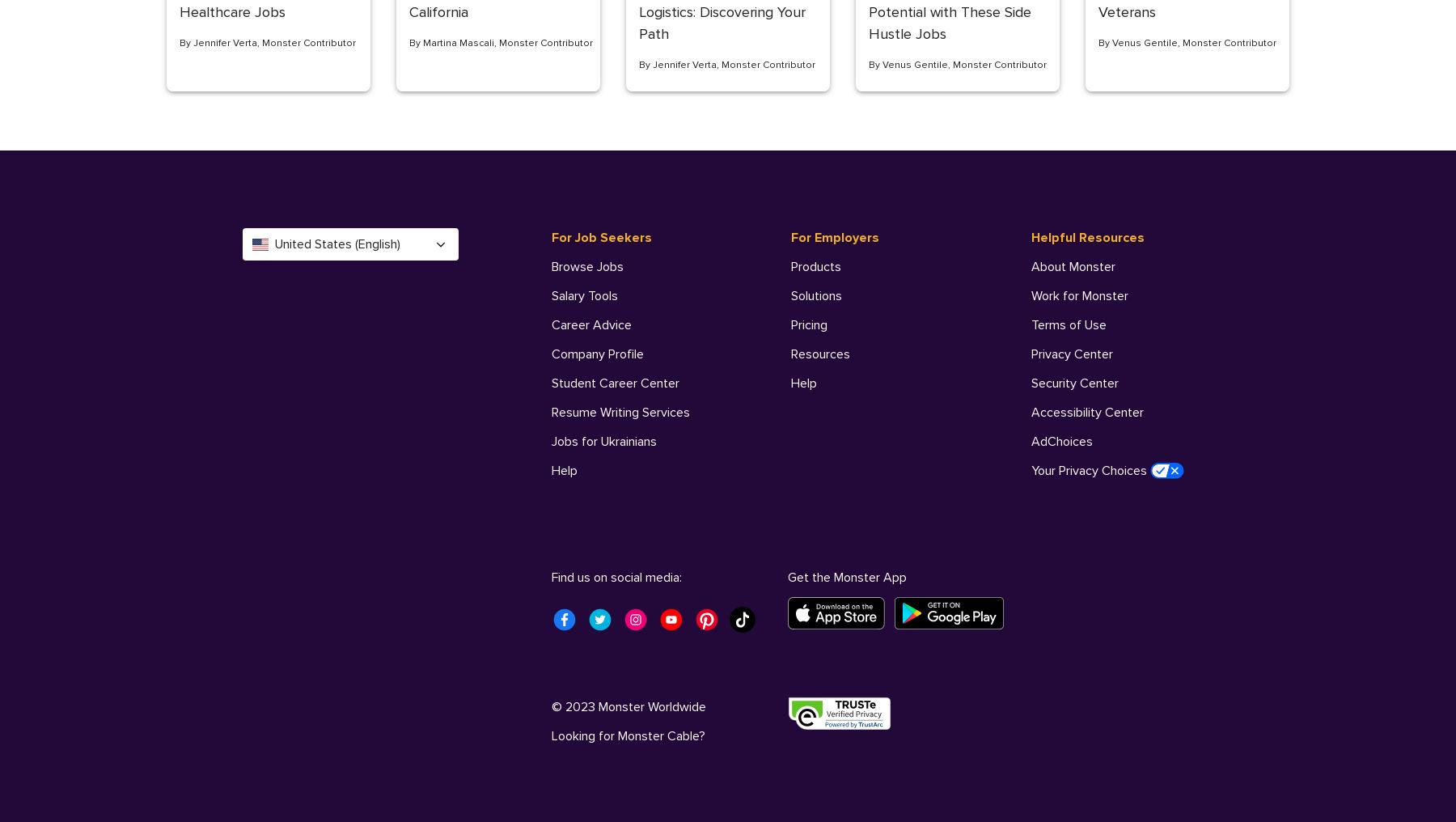  What do you see at coordinates (615, 383) in the screenshot?
I see `'Student Career Center'` at bounding box center [615, 383].